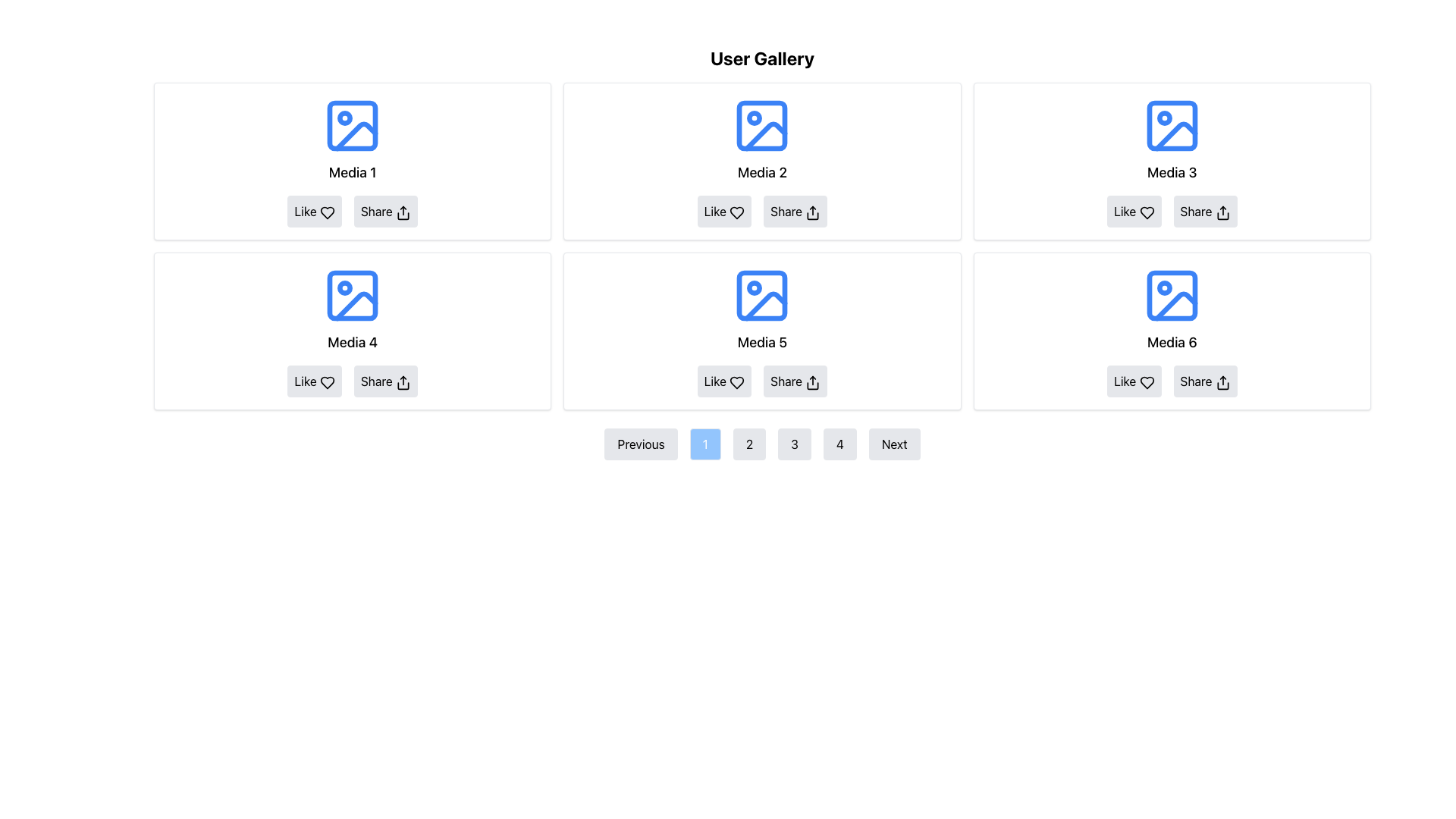 This screenshot has width=1456, height=819. Describe the element at coordinates (352, 295) in the screenshot. I see `the decorative graphical component, which is the first square on the second row of a grid of interactive media preview thumbnails` at that location.